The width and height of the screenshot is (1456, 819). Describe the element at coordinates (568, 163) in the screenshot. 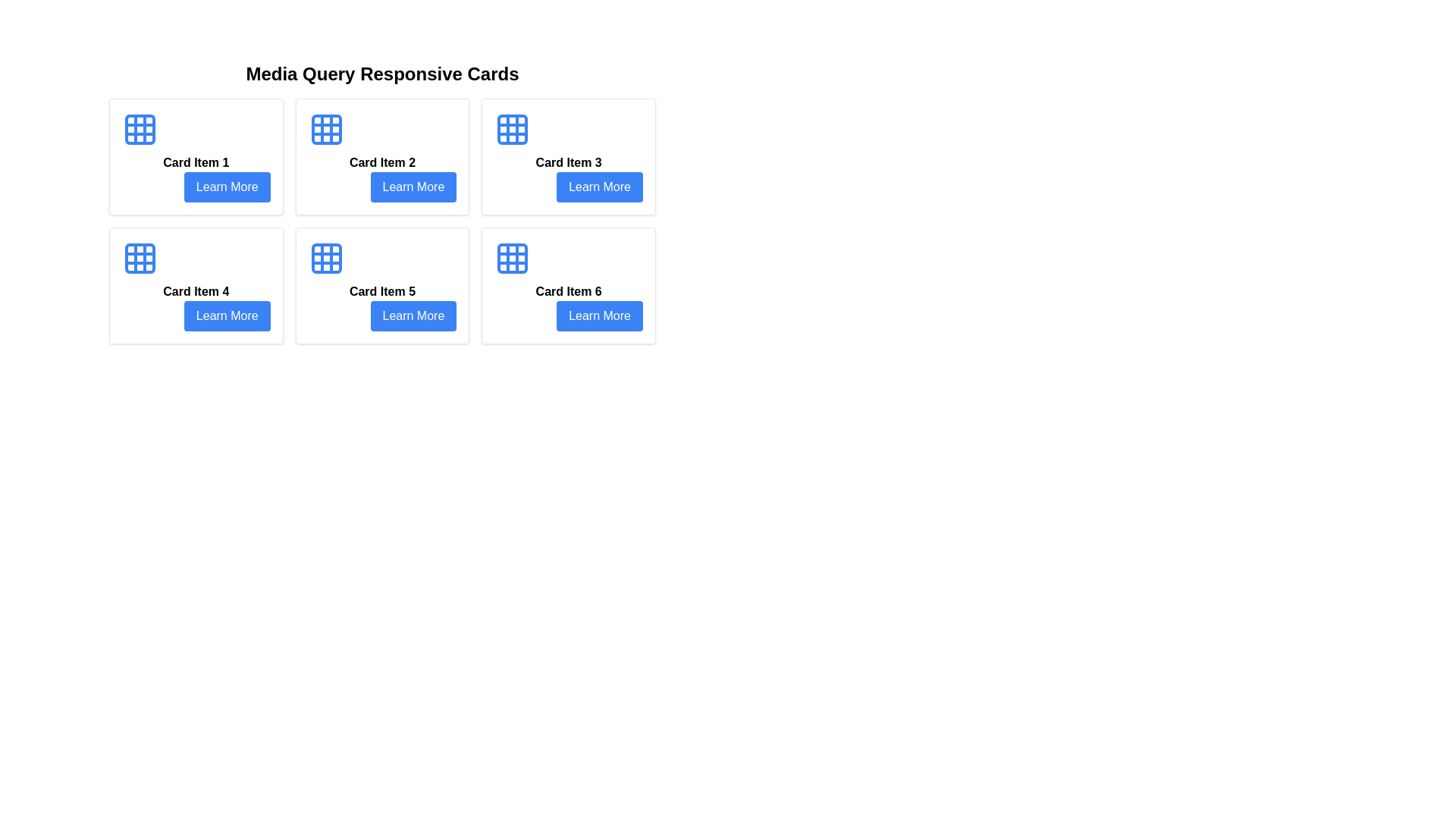

I see `the Text Label that identifies the card as 'Card Item 3', located above the 'Learn More' button in the top-right card of a 3x2 grid layout` at that location.